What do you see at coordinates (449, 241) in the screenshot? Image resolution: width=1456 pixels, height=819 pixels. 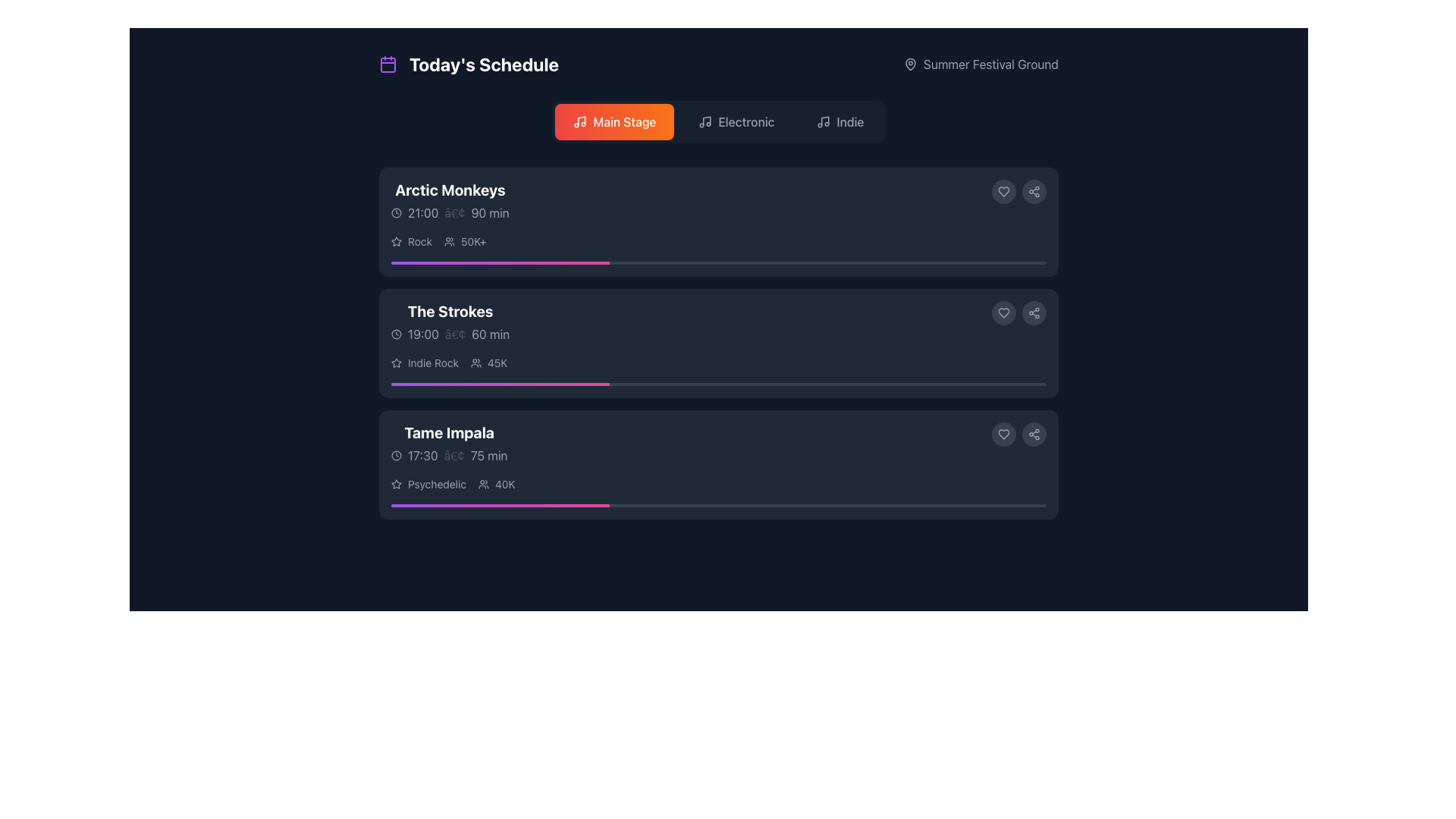 I see `the icon representing the group or audience count, located to the left of the text '50K+'` at bounding box center [449, 241].